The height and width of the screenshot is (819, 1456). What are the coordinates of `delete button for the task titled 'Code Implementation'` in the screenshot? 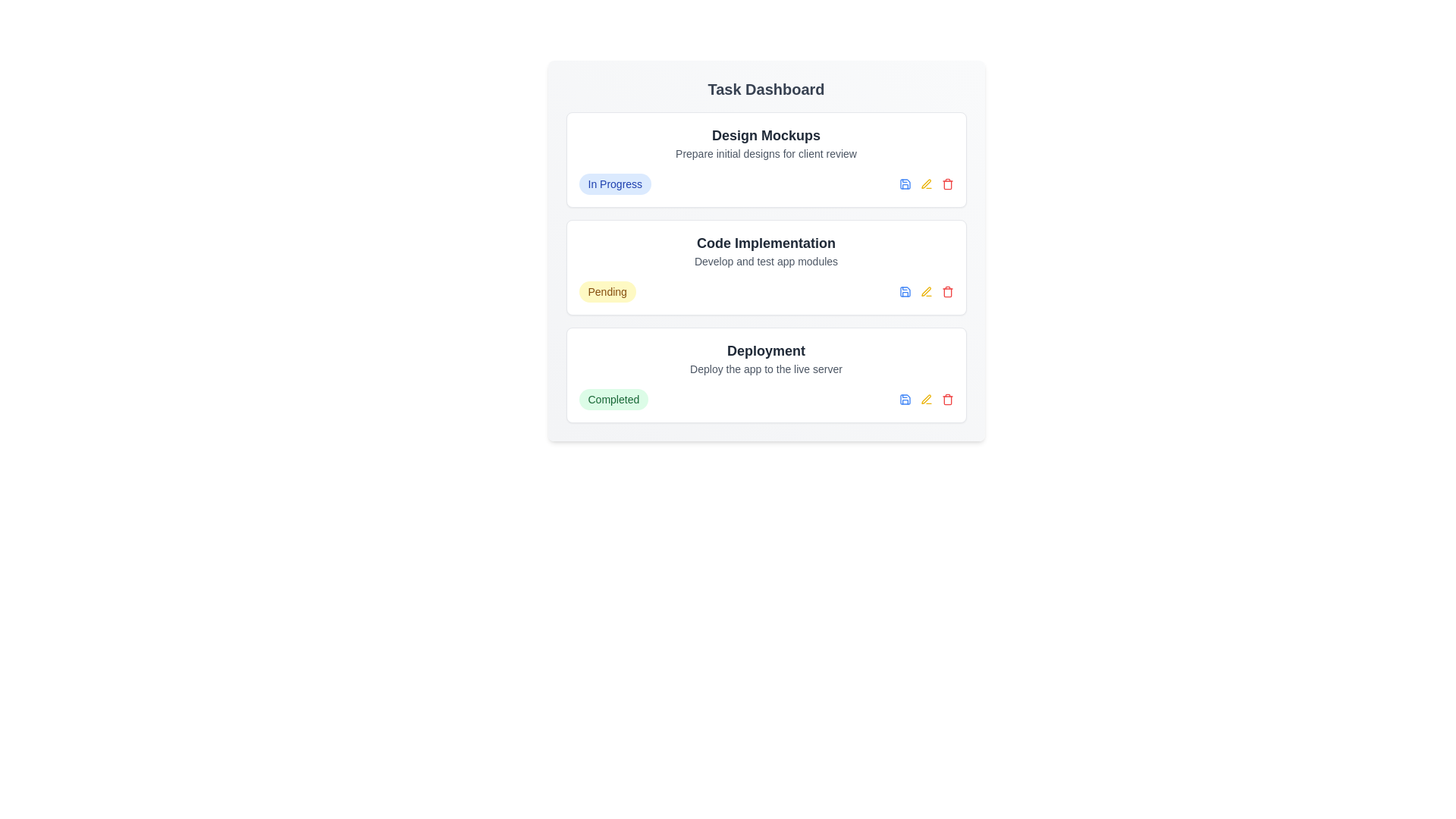 It's located at (946, 292).